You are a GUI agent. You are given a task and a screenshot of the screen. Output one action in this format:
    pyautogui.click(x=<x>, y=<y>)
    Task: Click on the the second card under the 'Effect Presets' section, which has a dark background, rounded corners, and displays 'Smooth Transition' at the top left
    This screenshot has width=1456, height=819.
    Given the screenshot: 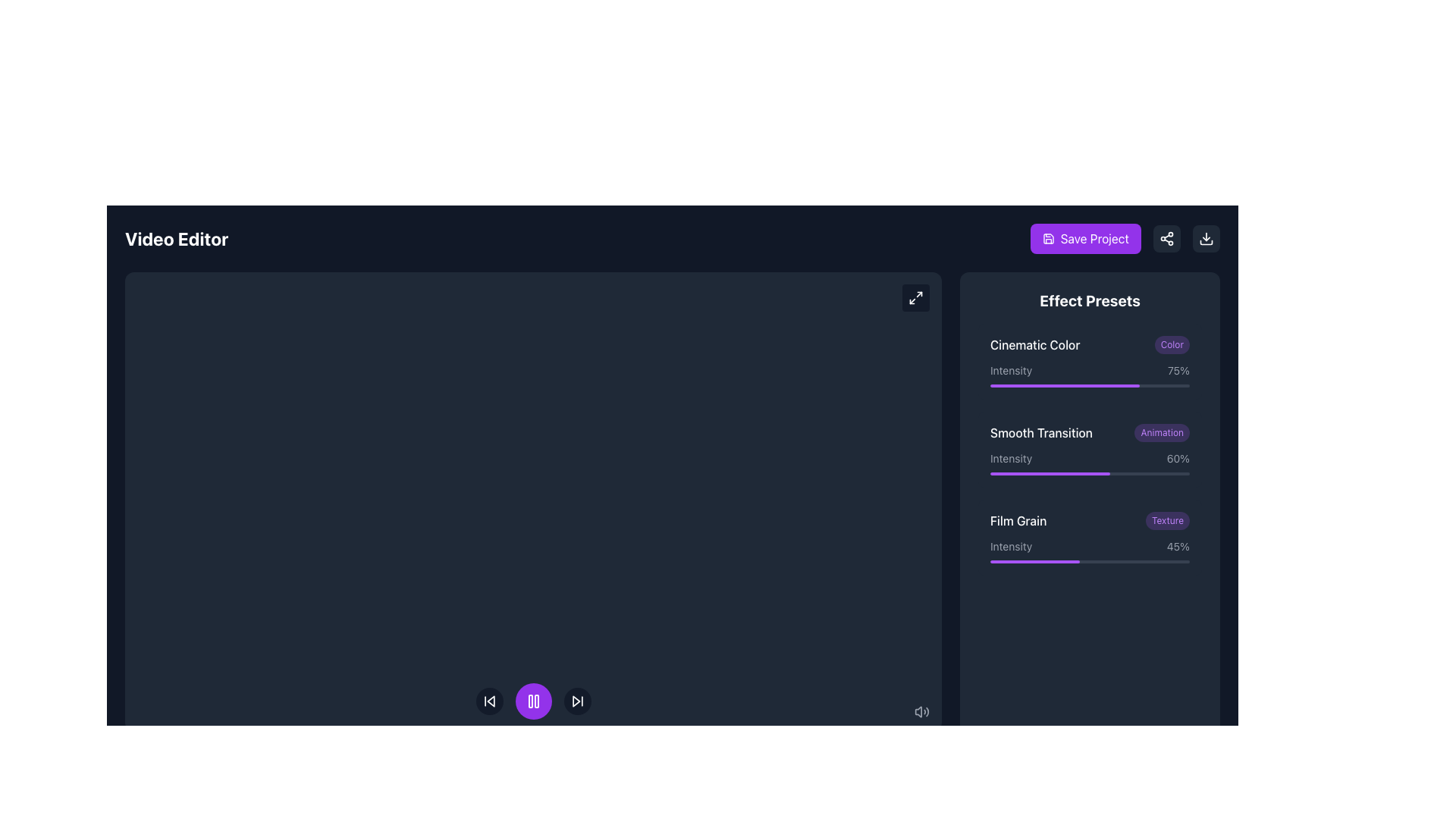 What is the action you would take?
    pyautogui.click(x=1089, y=449)
    